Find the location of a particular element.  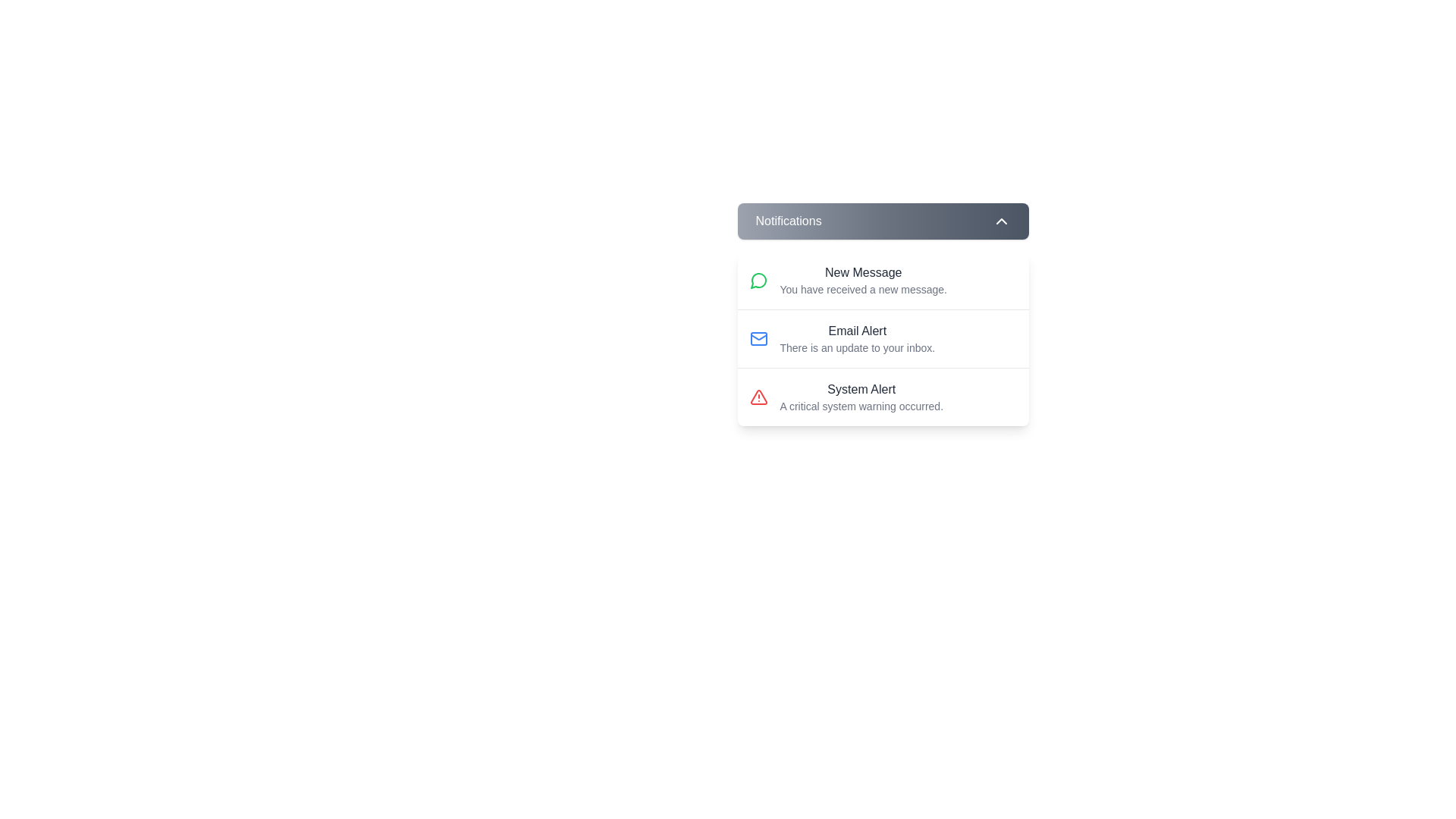

textual information from the 'System Alert' text block, which includes a bold title and a description about a critical system warning is located at coordinates (861, 397).